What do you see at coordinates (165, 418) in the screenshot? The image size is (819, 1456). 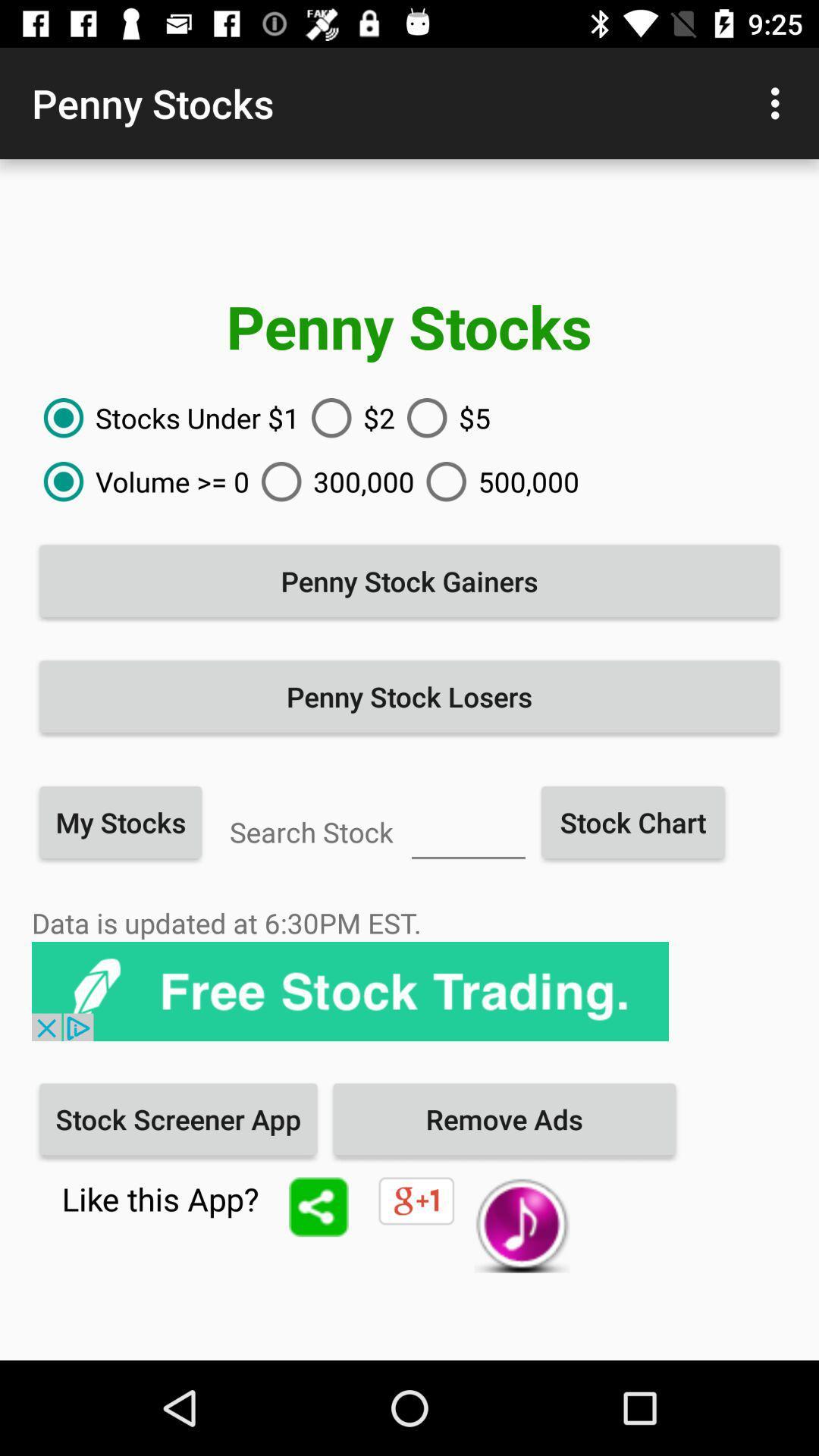 I see `the item next to $2 icon` at bounding box center [165, 418].